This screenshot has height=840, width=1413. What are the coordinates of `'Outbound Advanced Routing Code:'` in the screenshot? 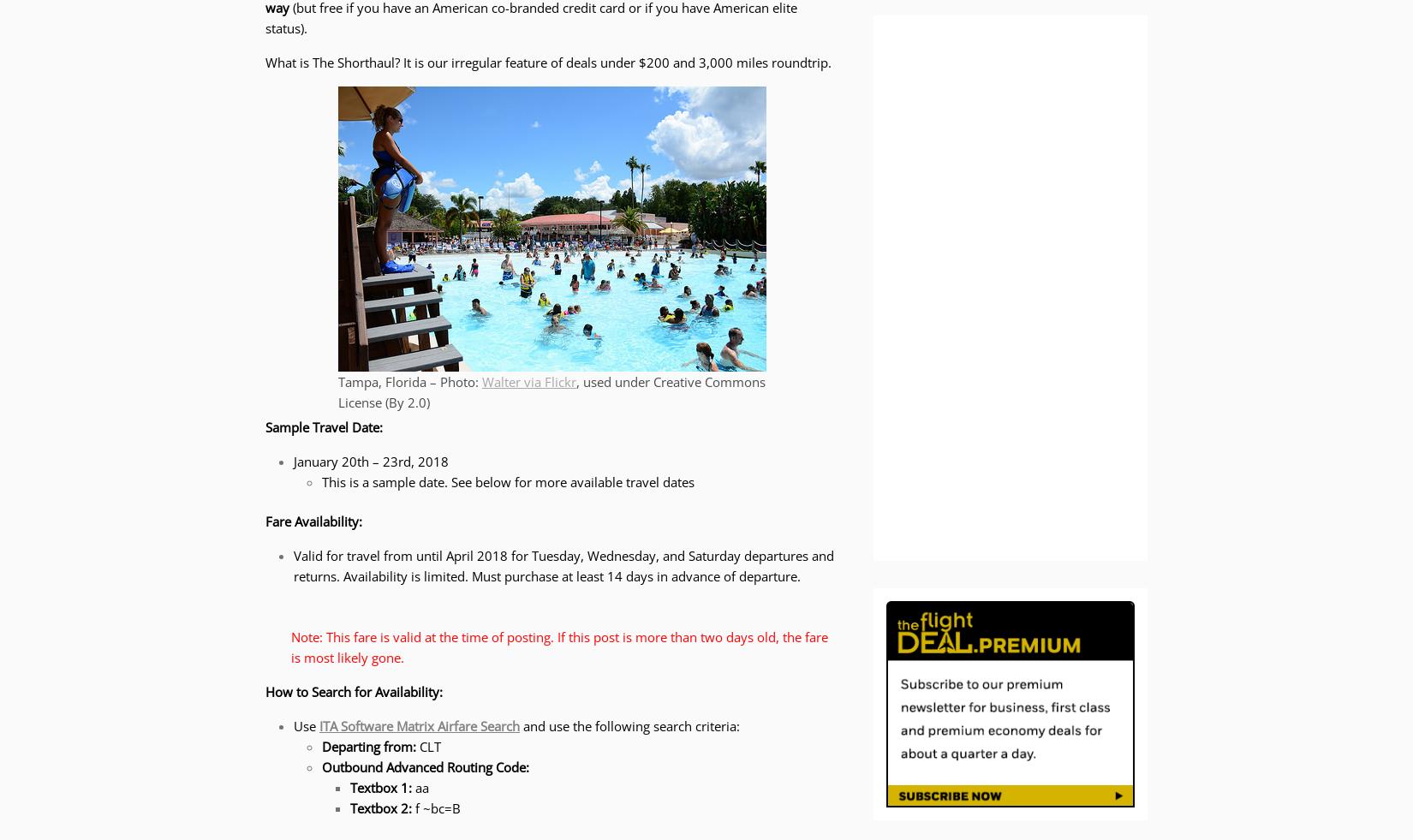 It's located at (322, 766).